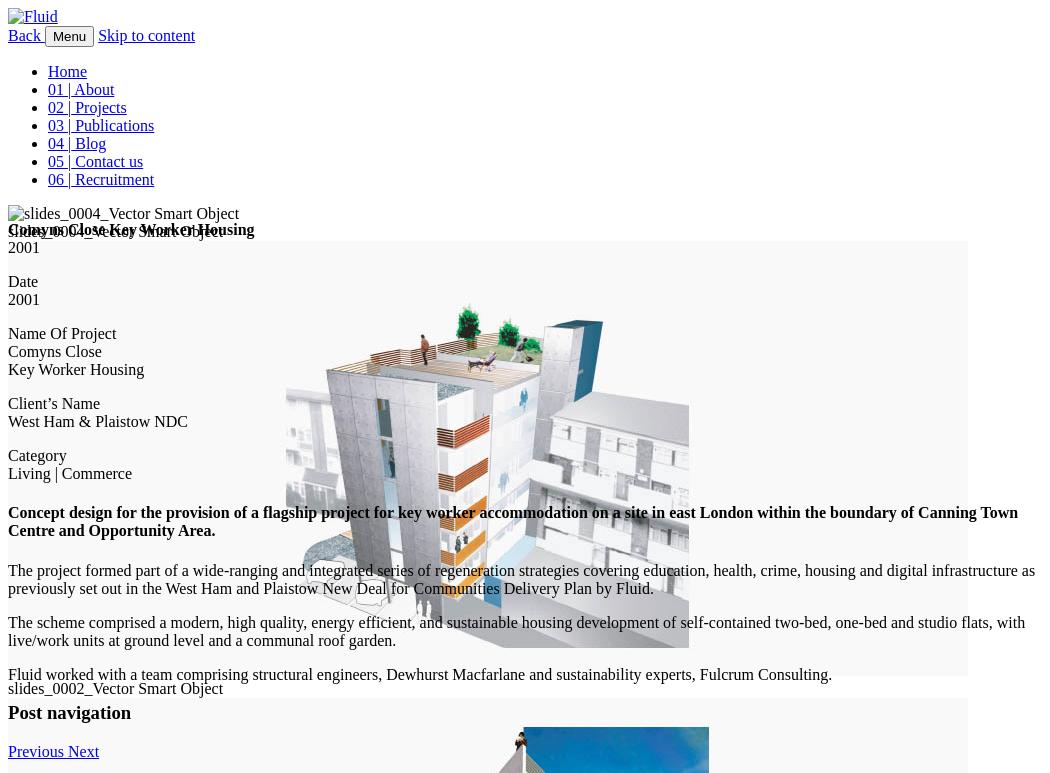 The height and width of the screenshot is (773, 1050). I want to click on 'Category', so click(36, 455).